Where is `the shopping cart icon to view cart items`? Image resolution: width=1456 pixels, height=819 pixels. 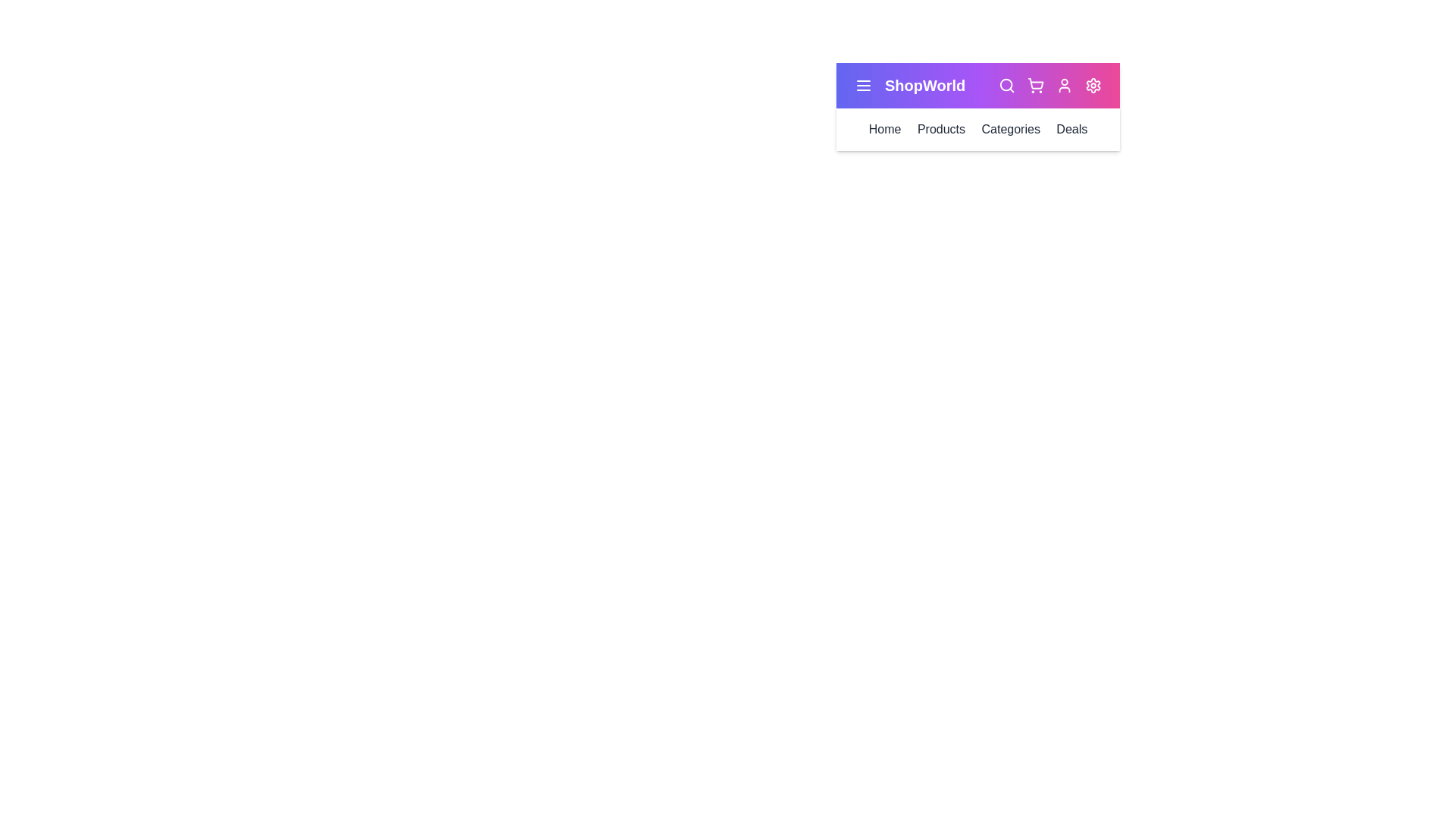
the shopping cart icon to view cart items is located at coordinates (1035, 85).